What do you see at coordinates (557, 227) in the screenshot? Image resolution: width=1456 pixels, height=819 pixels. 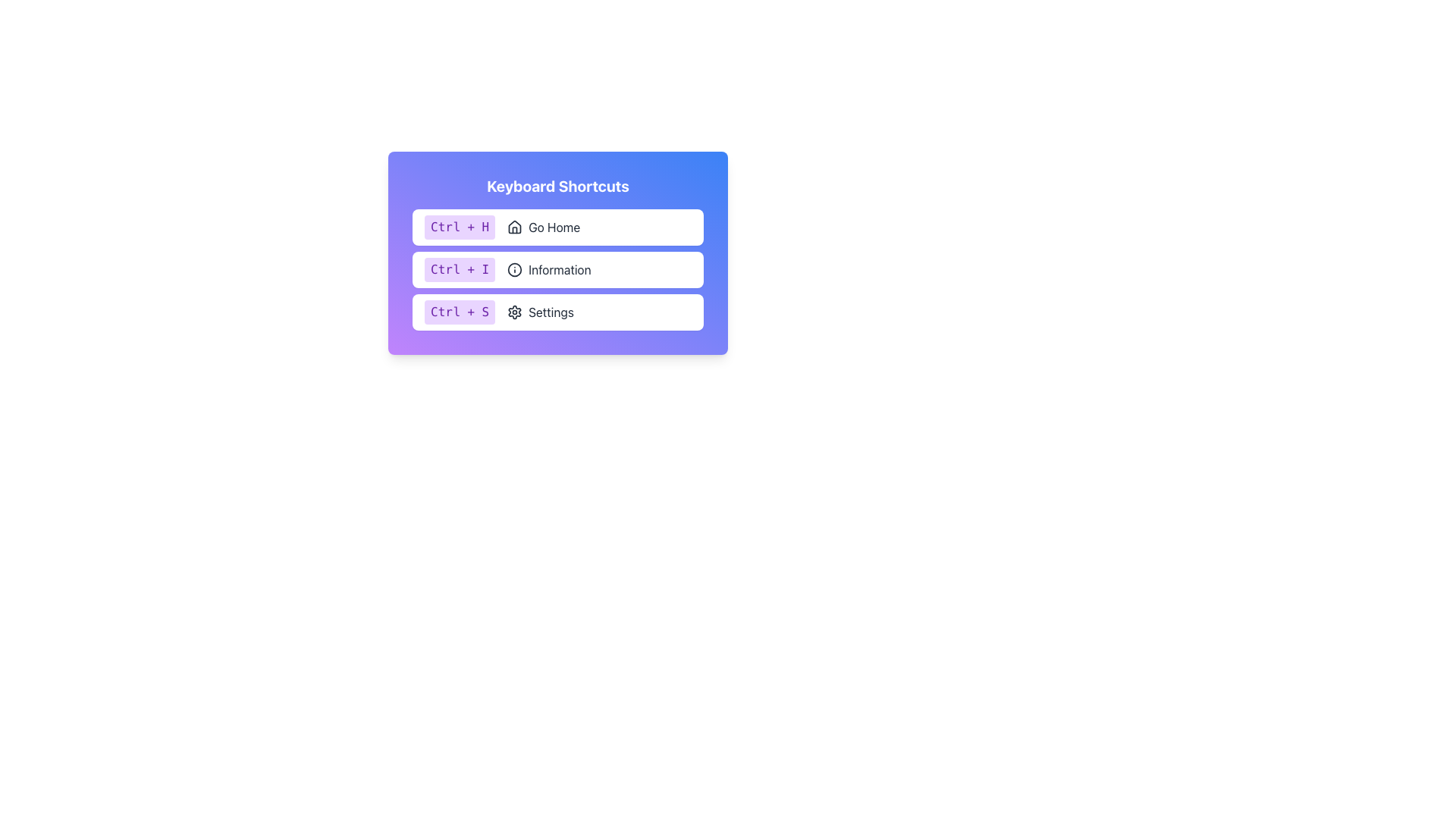 I see `the keyboard shortcut button that indicates 'Ctrl + H' for navigating to the 'Home' section within the blue panel titled 'Keyboard Shortcuts'` at bounding box center [557, 227].